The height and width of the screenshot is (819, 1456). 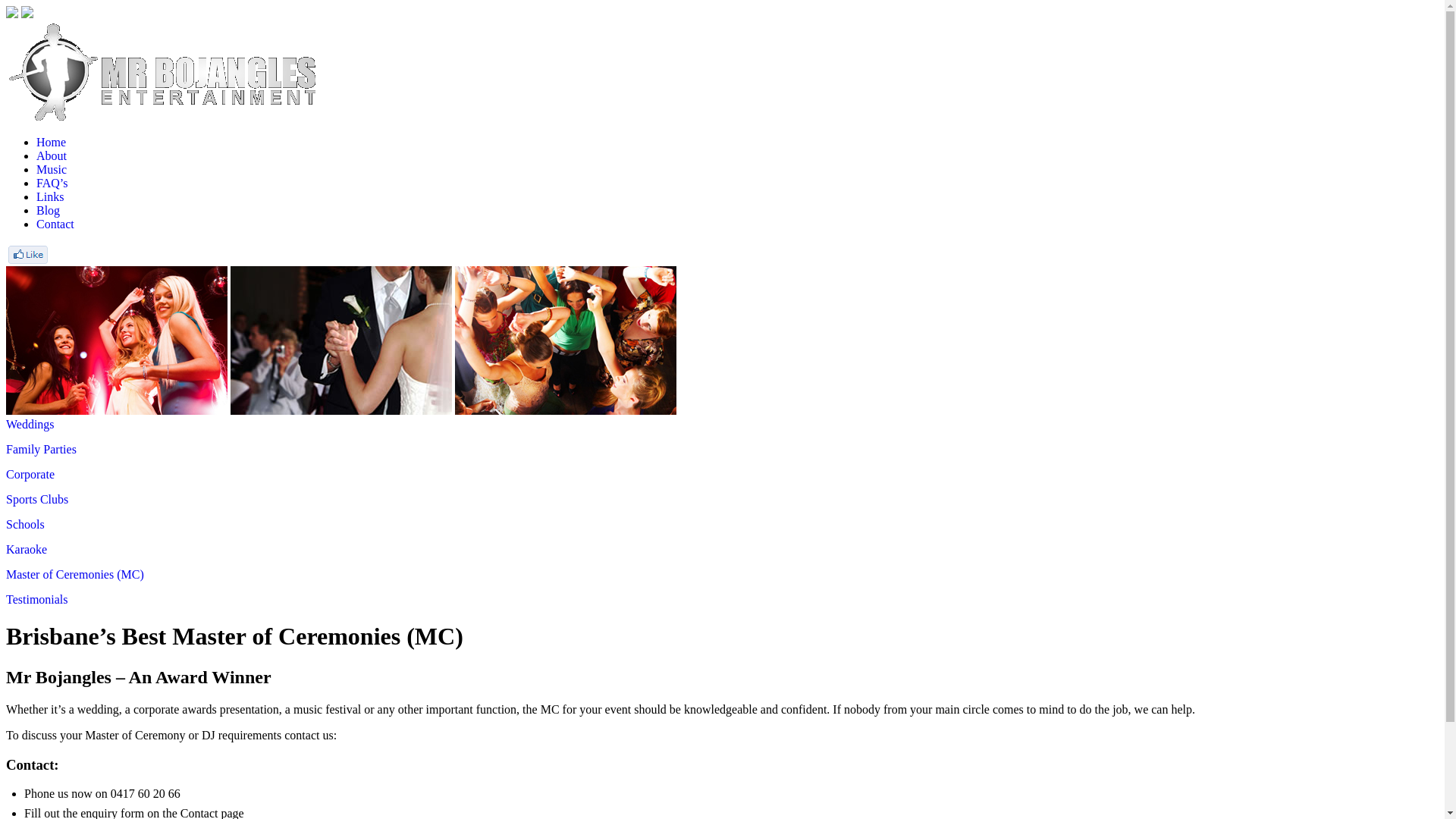 What do you see at coordinates (6, 448) in the screenshot?
I see `'Family Parties'` at bounding box center [6, 448].